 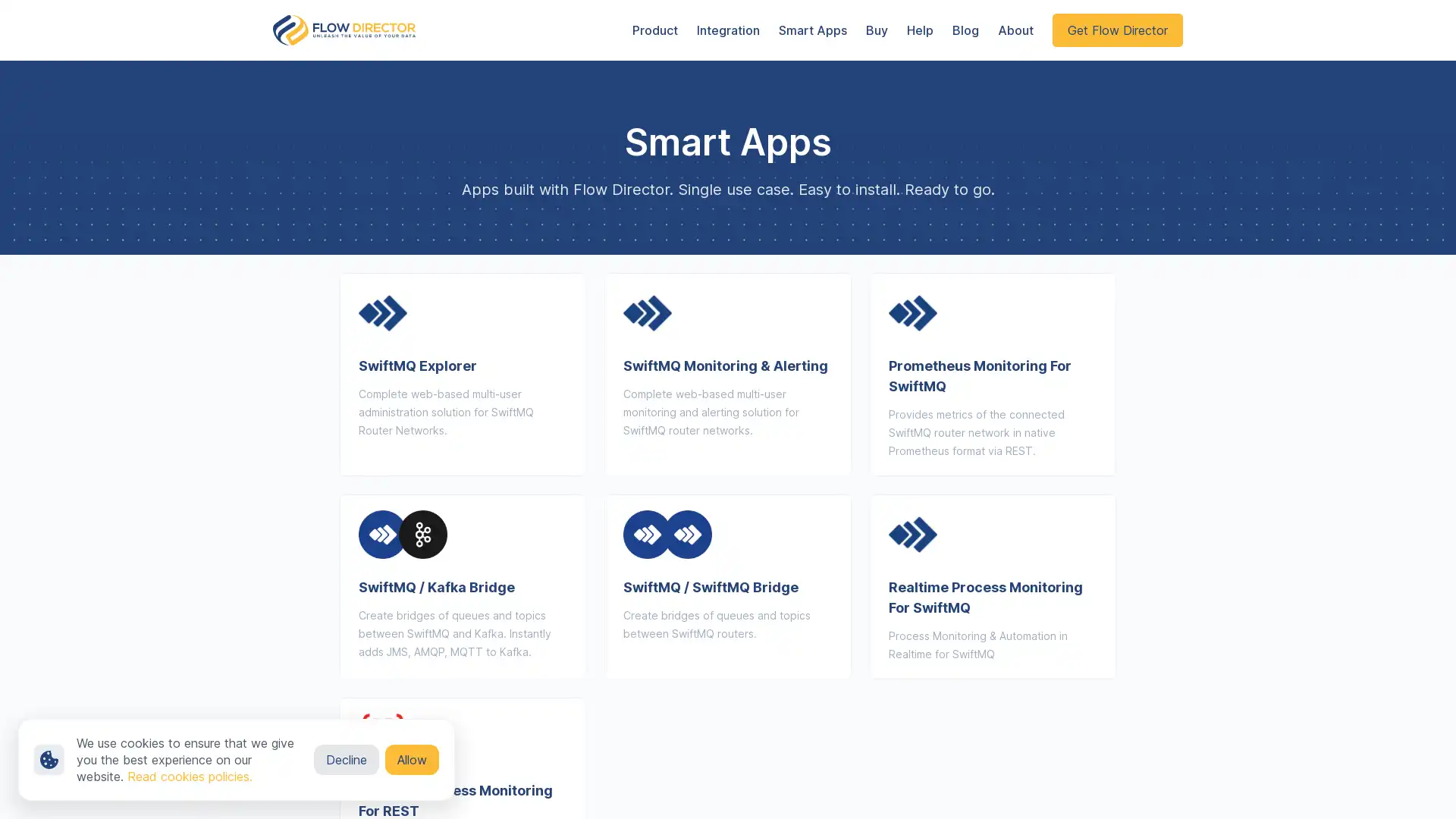 I want to click on Allow, so click(x=412, y=760).